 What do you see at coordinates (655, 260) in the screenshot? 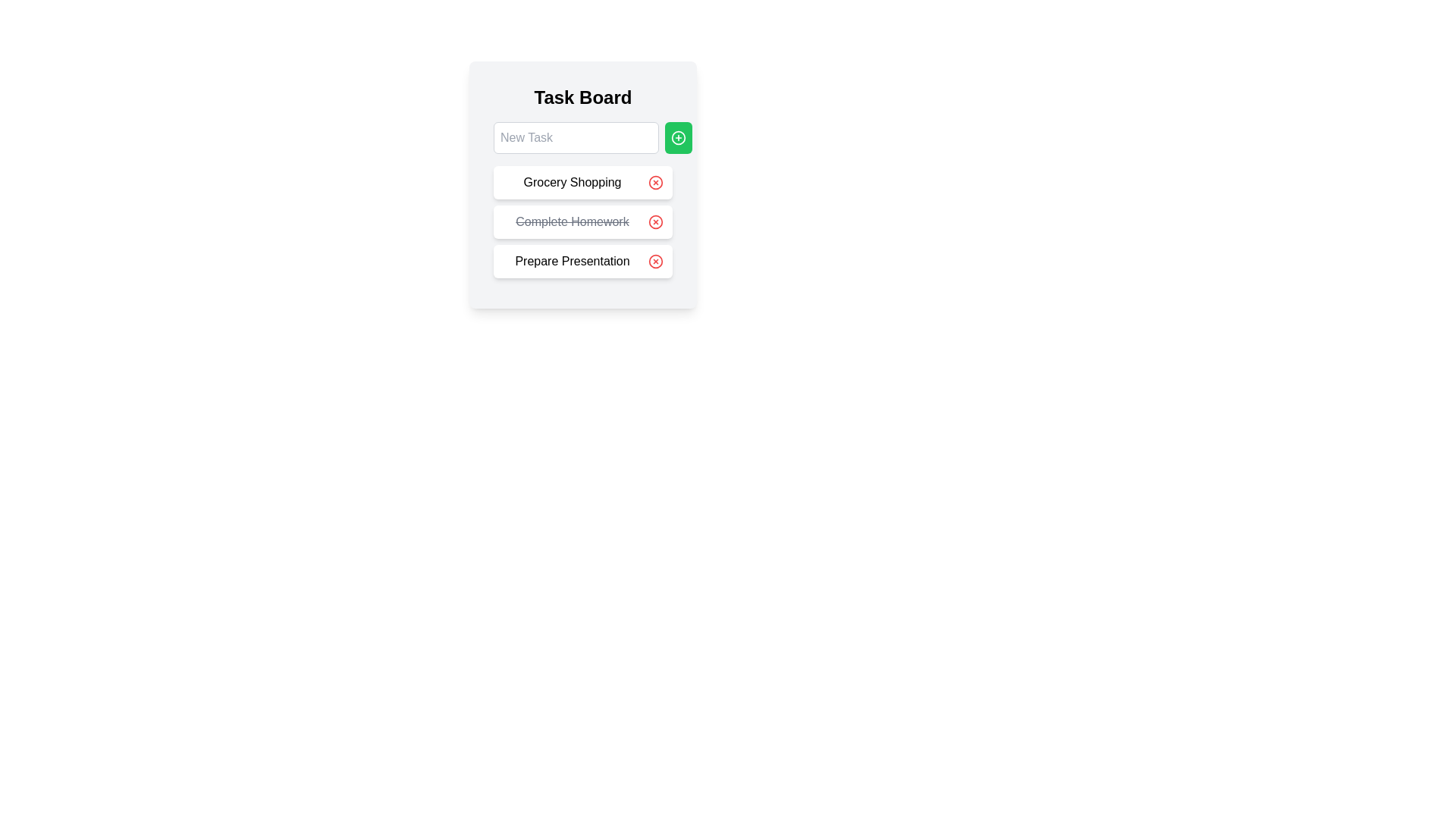
I see `the circular delete button with a red border and 'X' symbol located to the right of the 'Prepare Presentation' text` at bounding box center [655, 260].